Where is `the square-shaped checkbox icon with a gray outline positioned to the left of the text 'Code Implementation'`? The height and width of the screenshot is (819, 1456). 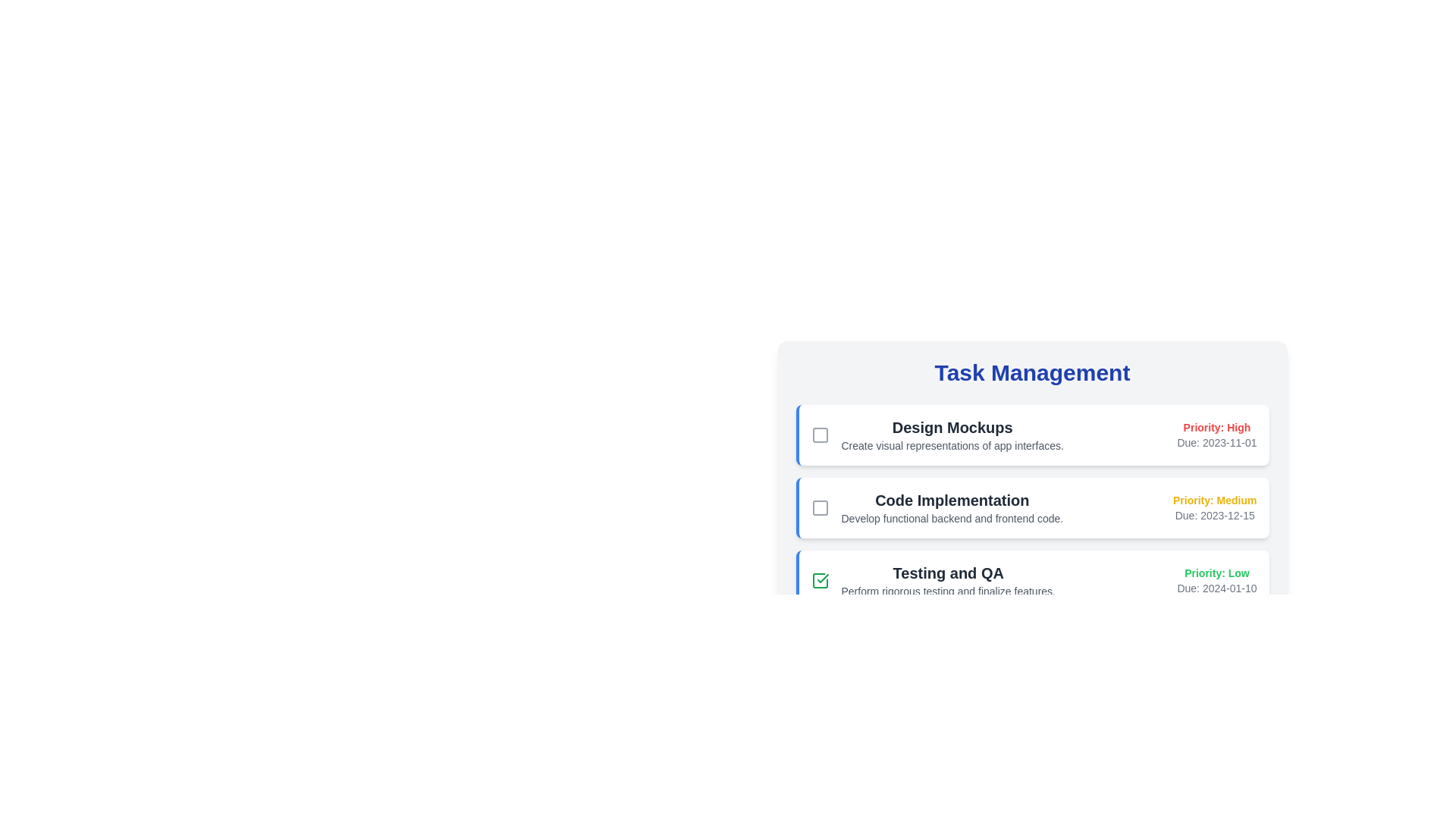
the square-shaped checkbox icon with a gray outline positioned to the left of the text 'Code Implementation' is located at coordinates (819, 508).